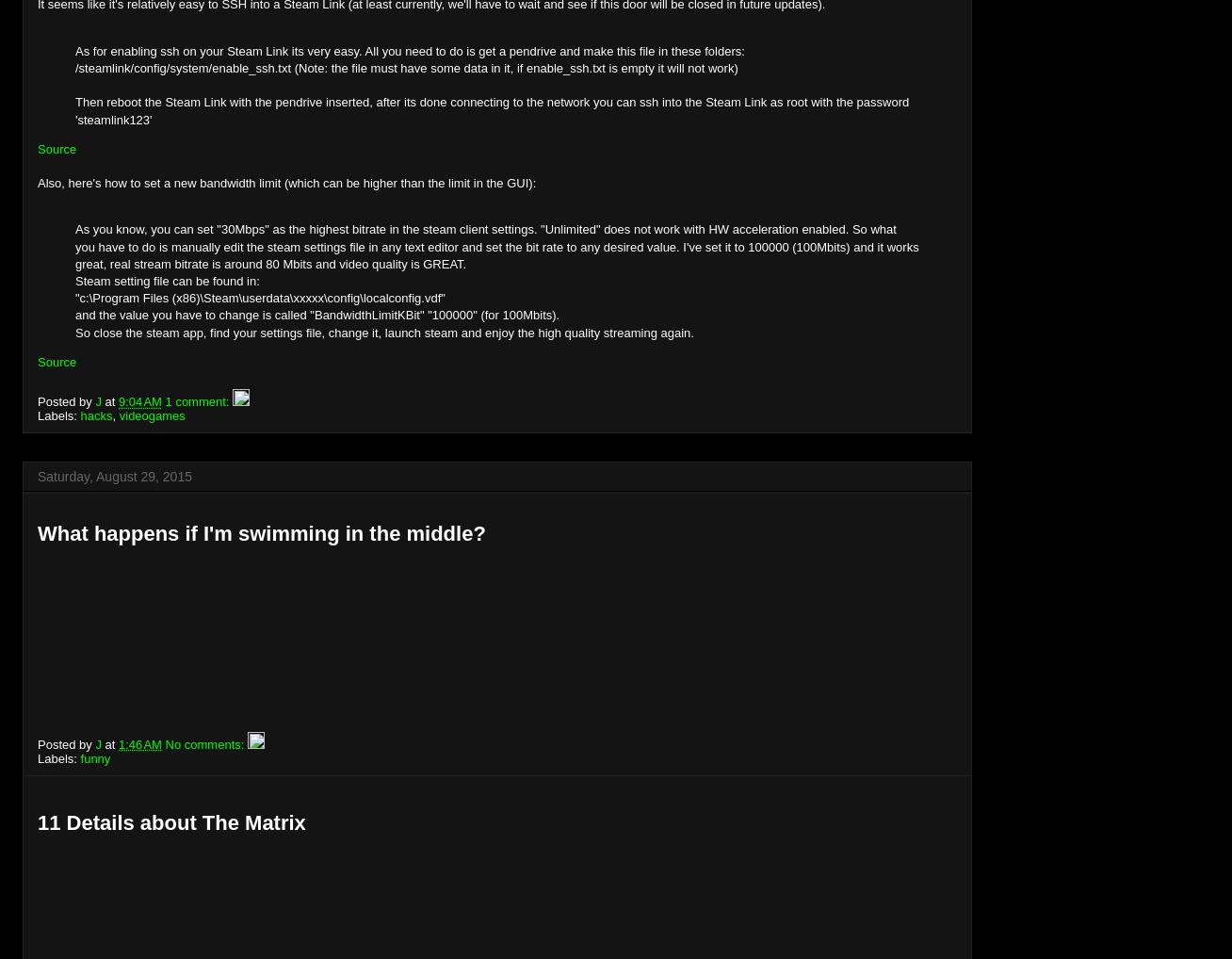 The width and height of the screenshot is (1232, 959). Describe the element at coordinates (316, 314) in the screenshot. I see `'and the value you have to change is called "BandwidthLimitKBit" "100000" (for 100Mbits).'` at that location.